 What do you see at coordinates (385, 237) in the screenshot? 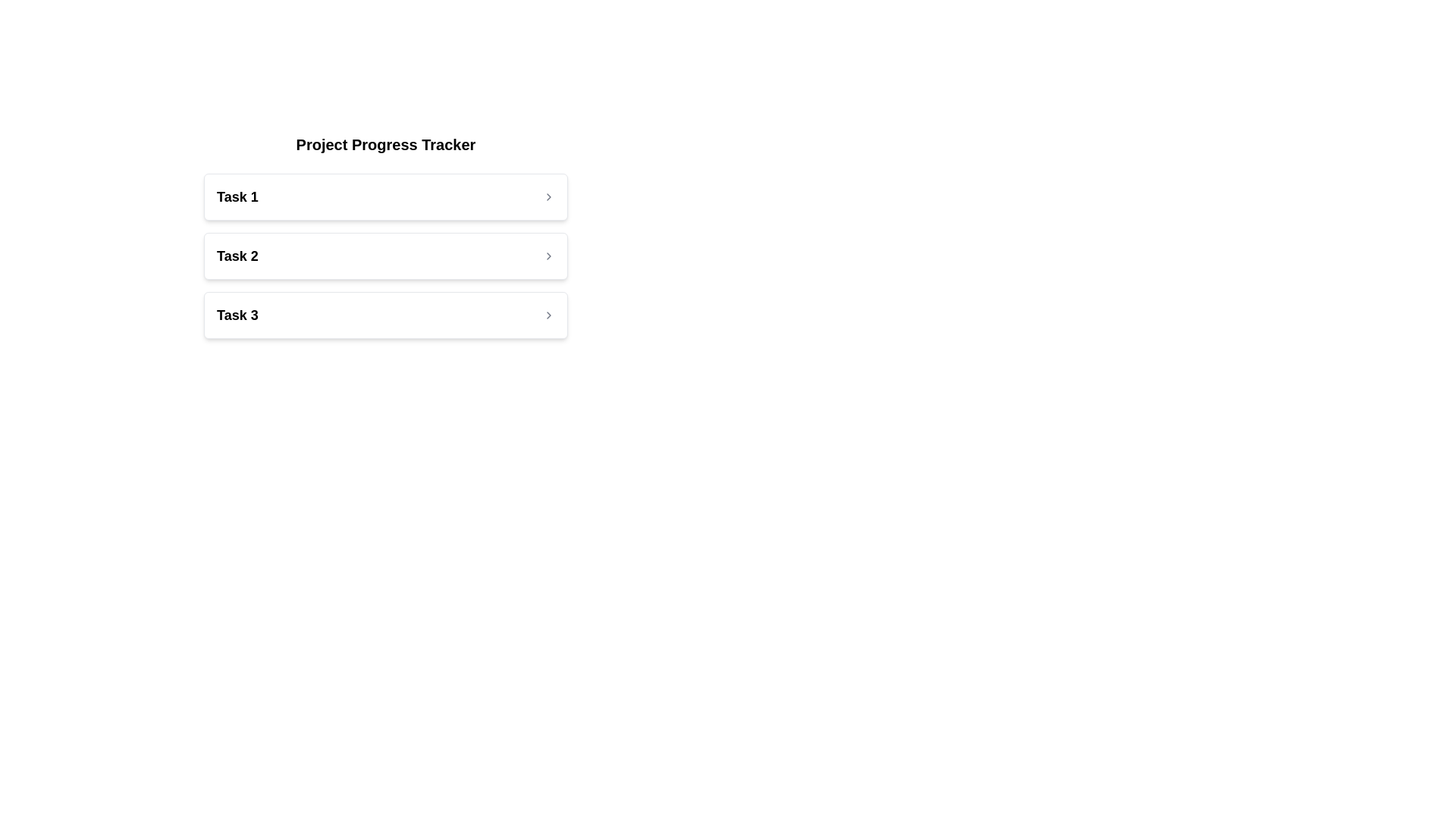
I see `on the second task card labeled 'Task 2' in the progress tracker` at bounding box center [385, 237].